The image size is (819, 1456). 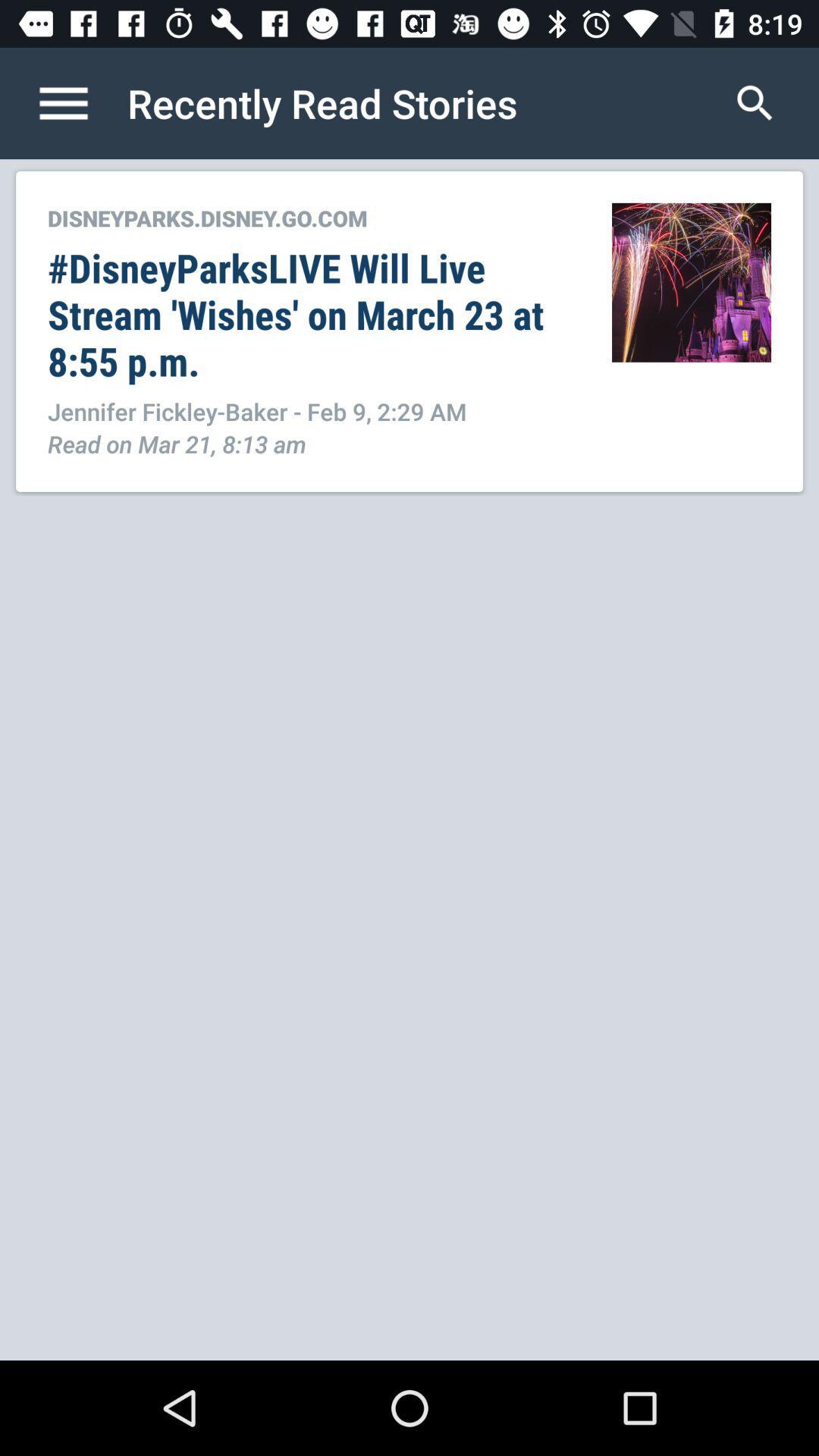 What do you see at coordinates (691, 282) in the screenshot?
I see `the icon to the right of disneyparks disney go item` at bounding box center [691, 282].